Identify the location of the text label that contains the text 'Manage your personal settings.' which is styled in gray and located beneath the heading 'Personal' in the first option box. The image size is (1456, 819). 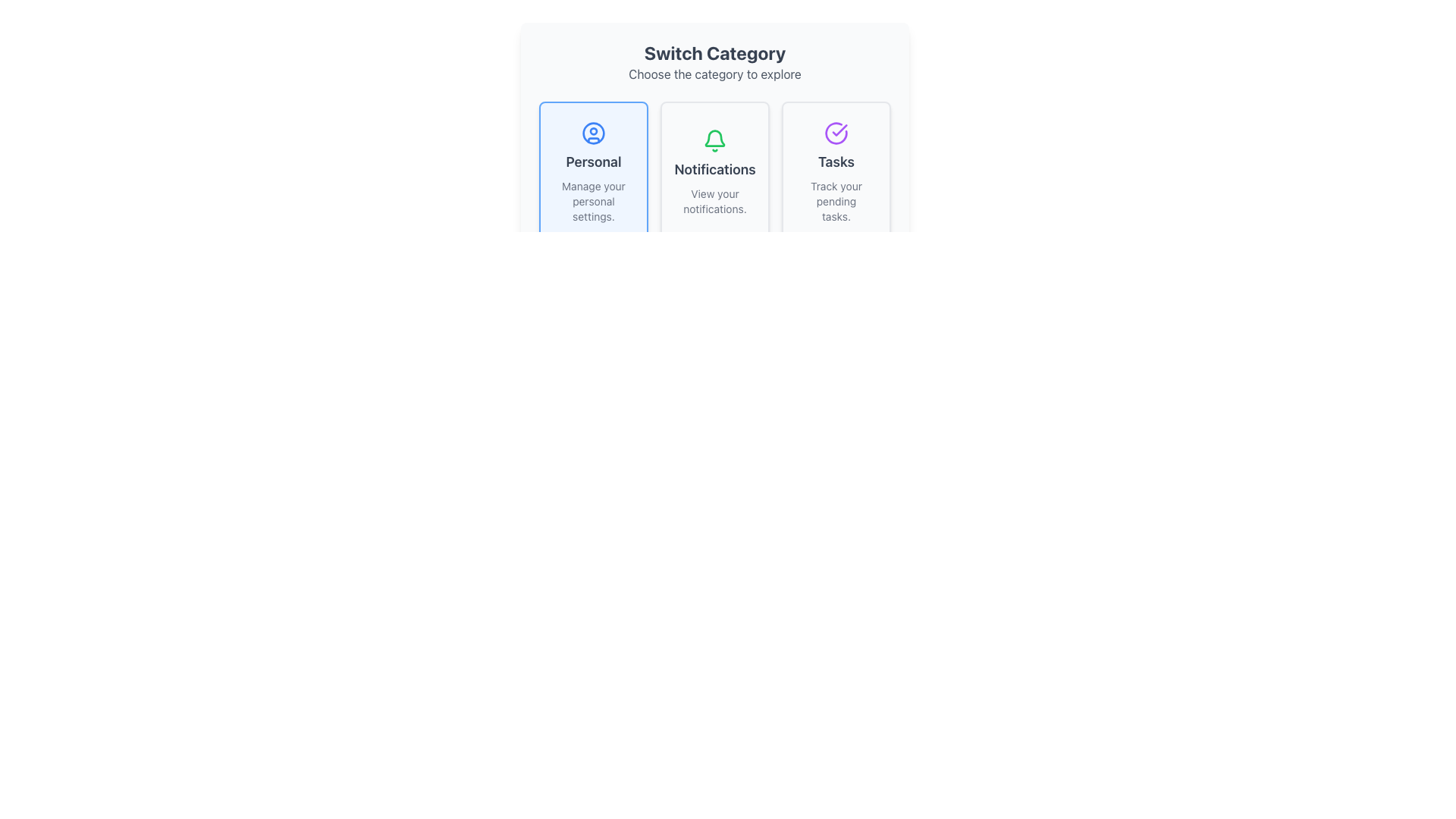
(592, 201).